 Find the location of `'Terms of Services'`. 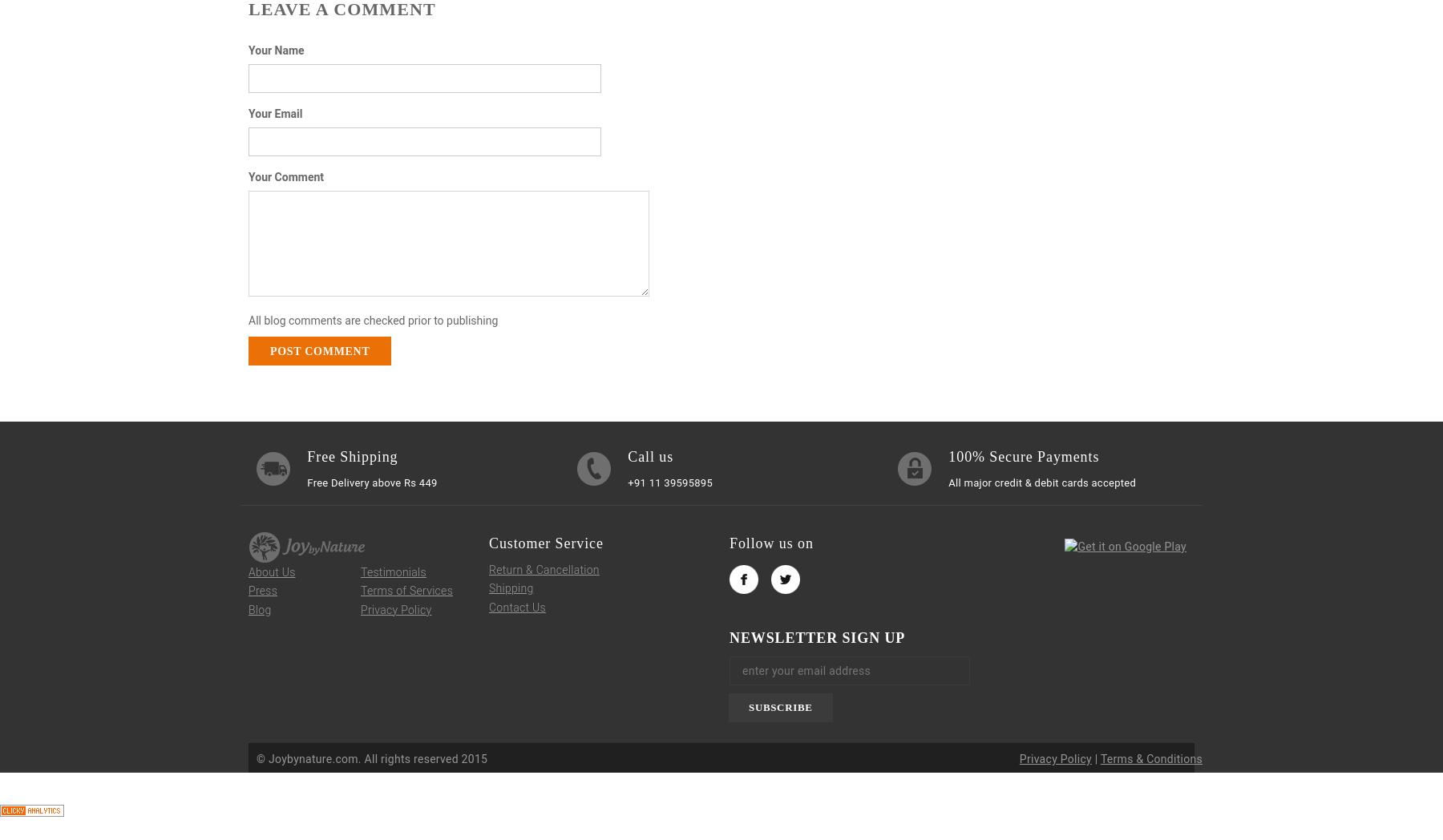

'Terms of Services' is located at coordinates (406, 589).